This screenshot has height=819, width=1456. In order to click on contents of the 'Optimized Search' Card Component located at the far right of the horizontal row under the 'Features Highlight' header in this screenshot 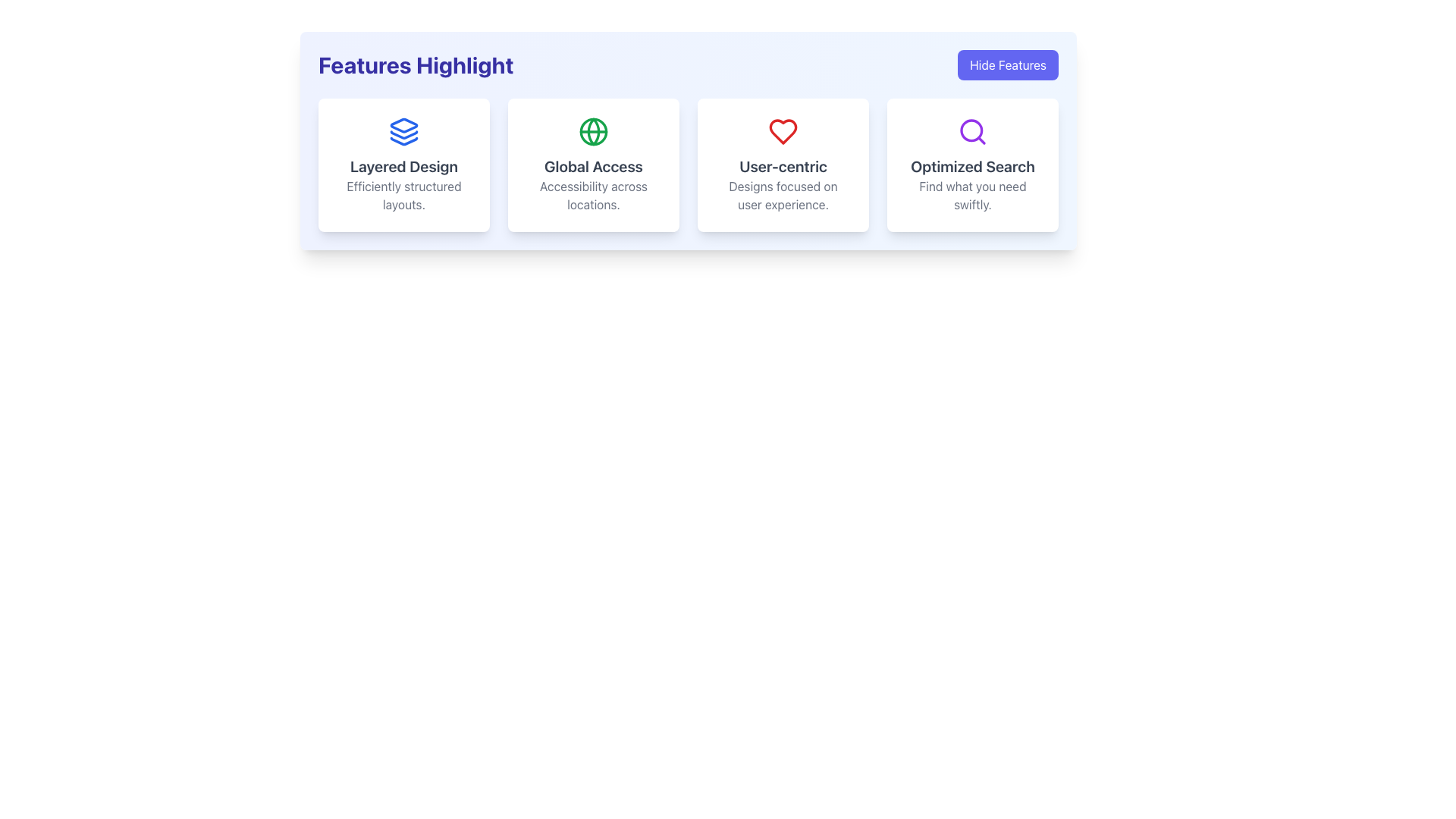, I will do `click(972, 165)`.